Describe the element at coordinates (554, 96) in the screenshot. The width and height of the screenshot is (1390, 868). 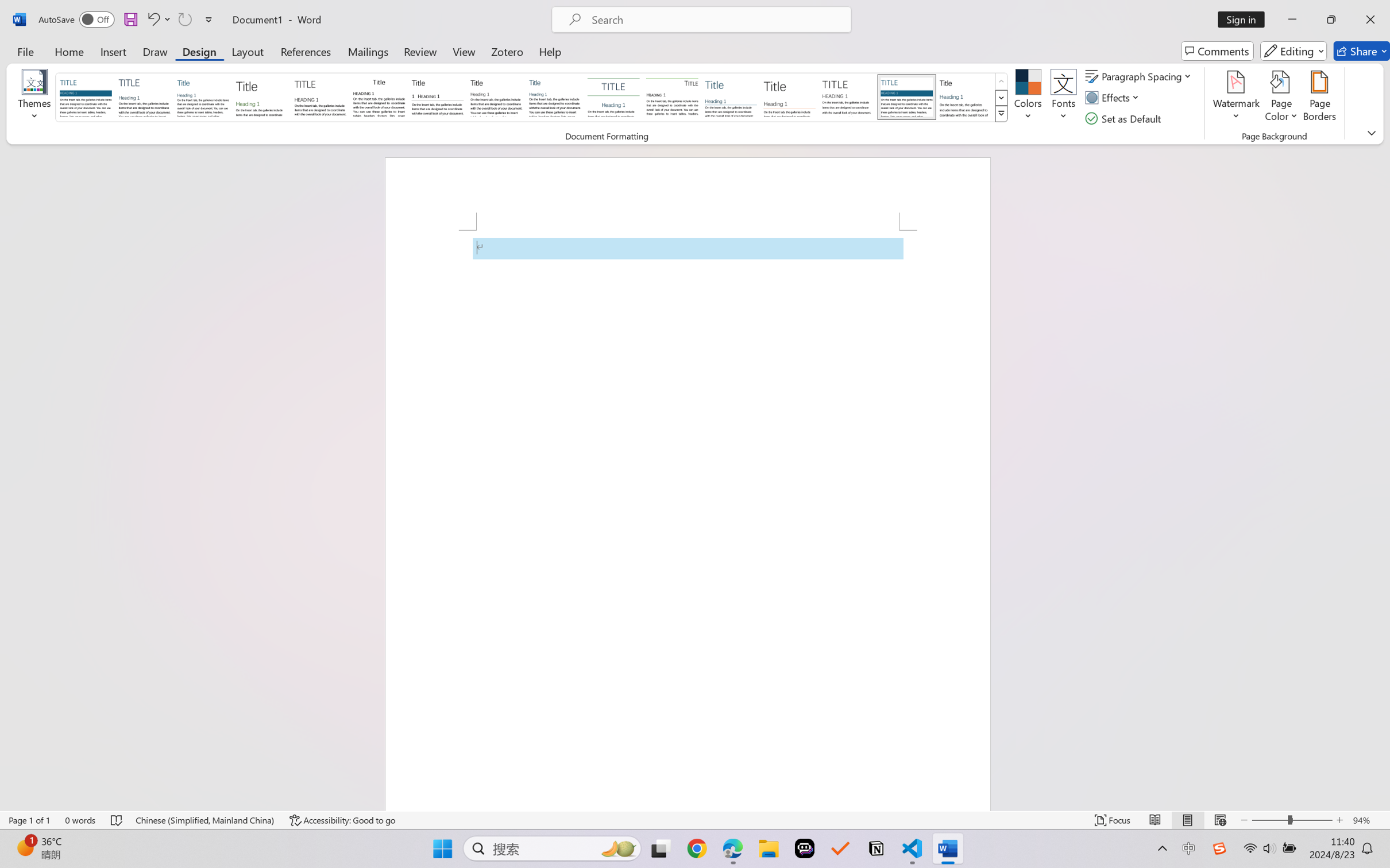
I see `'Casual'` at that location.